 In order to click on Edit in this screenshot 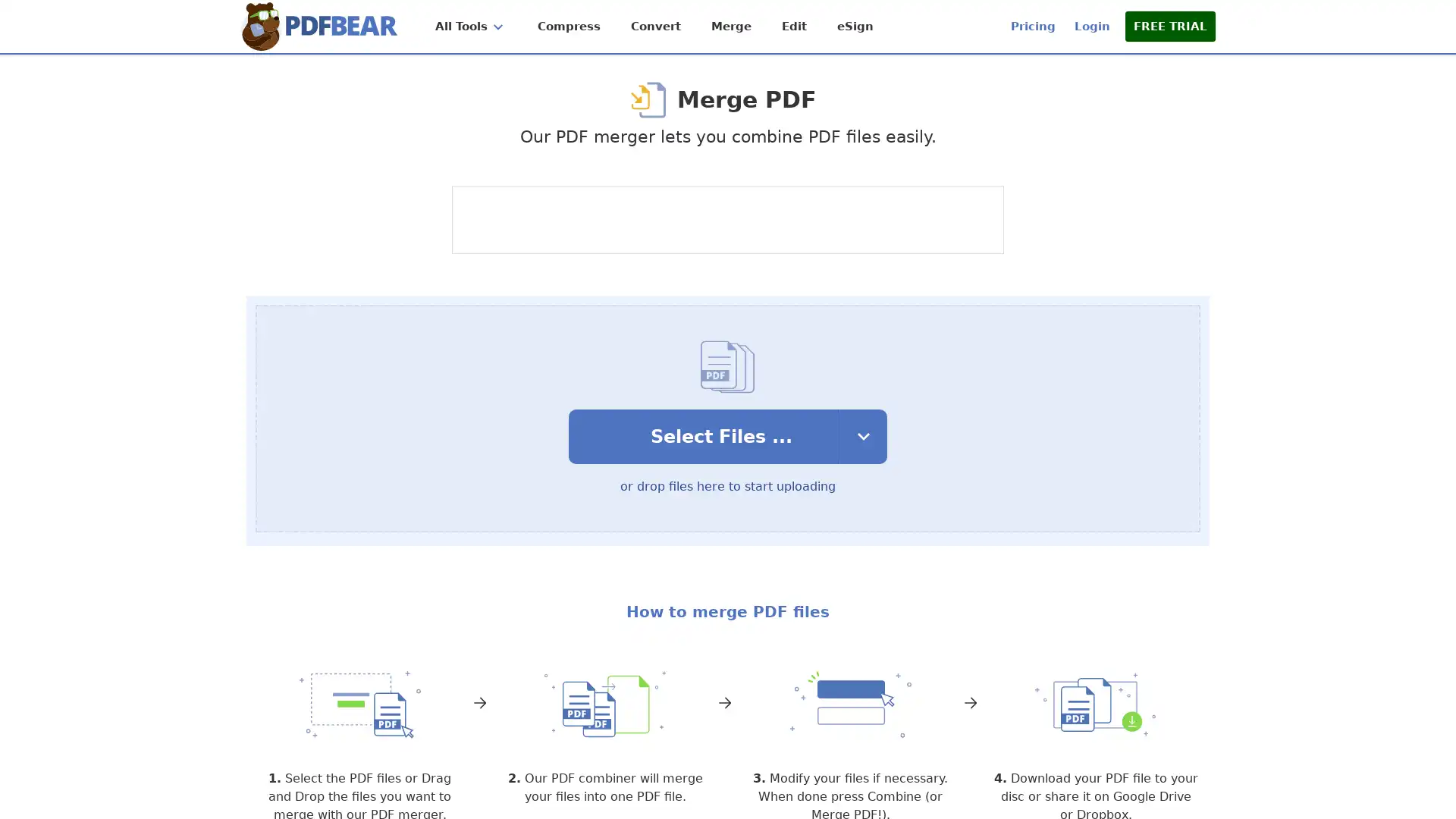, I will do `click(792, 26)`.